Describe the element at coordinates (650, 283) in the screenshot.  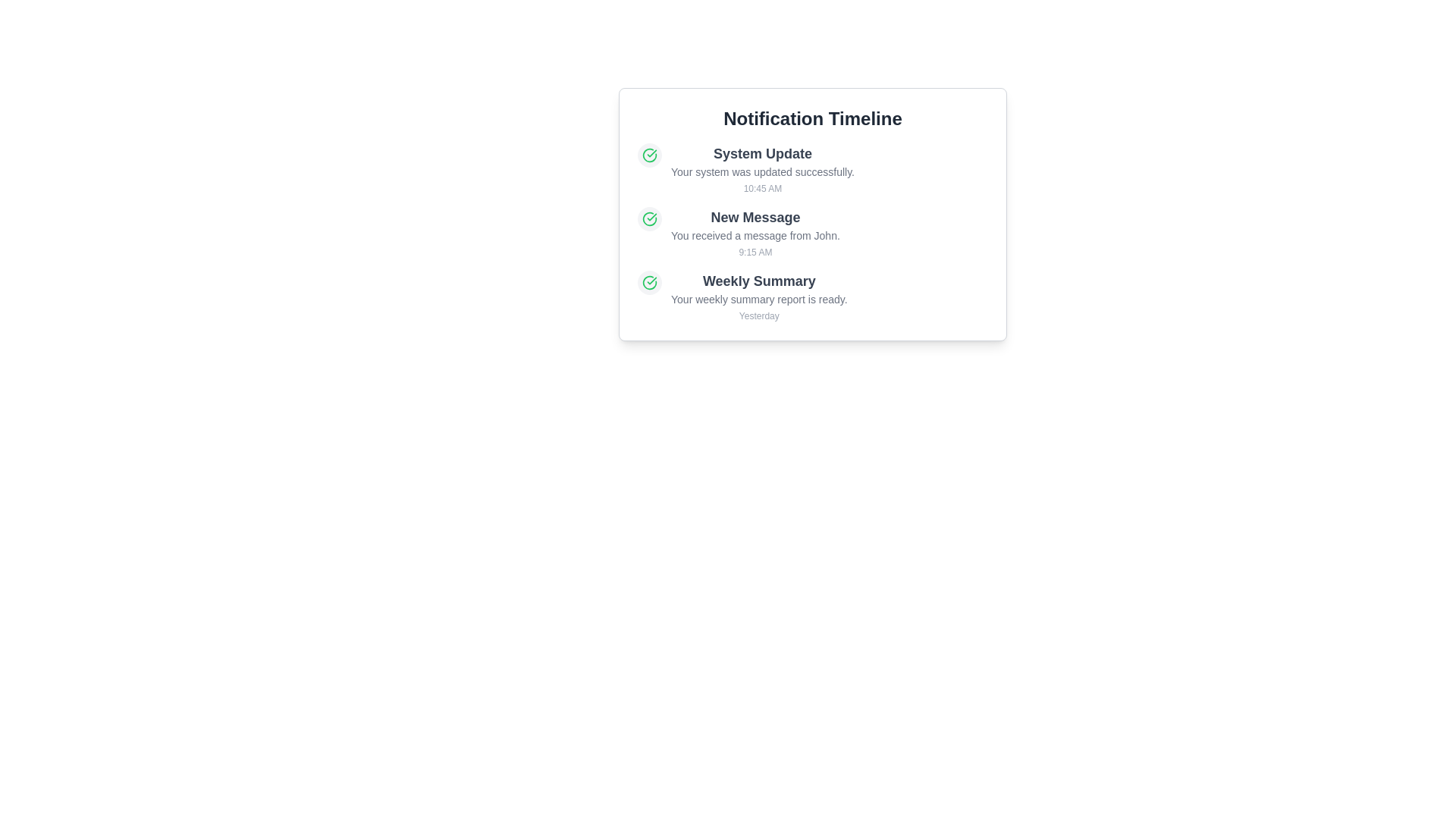
I see `the circular icon with a light gray background and a green check mark, located to the left of the 'Weekly Summary' text within the third notification item of the 'Notification Timeline' list` at that location.